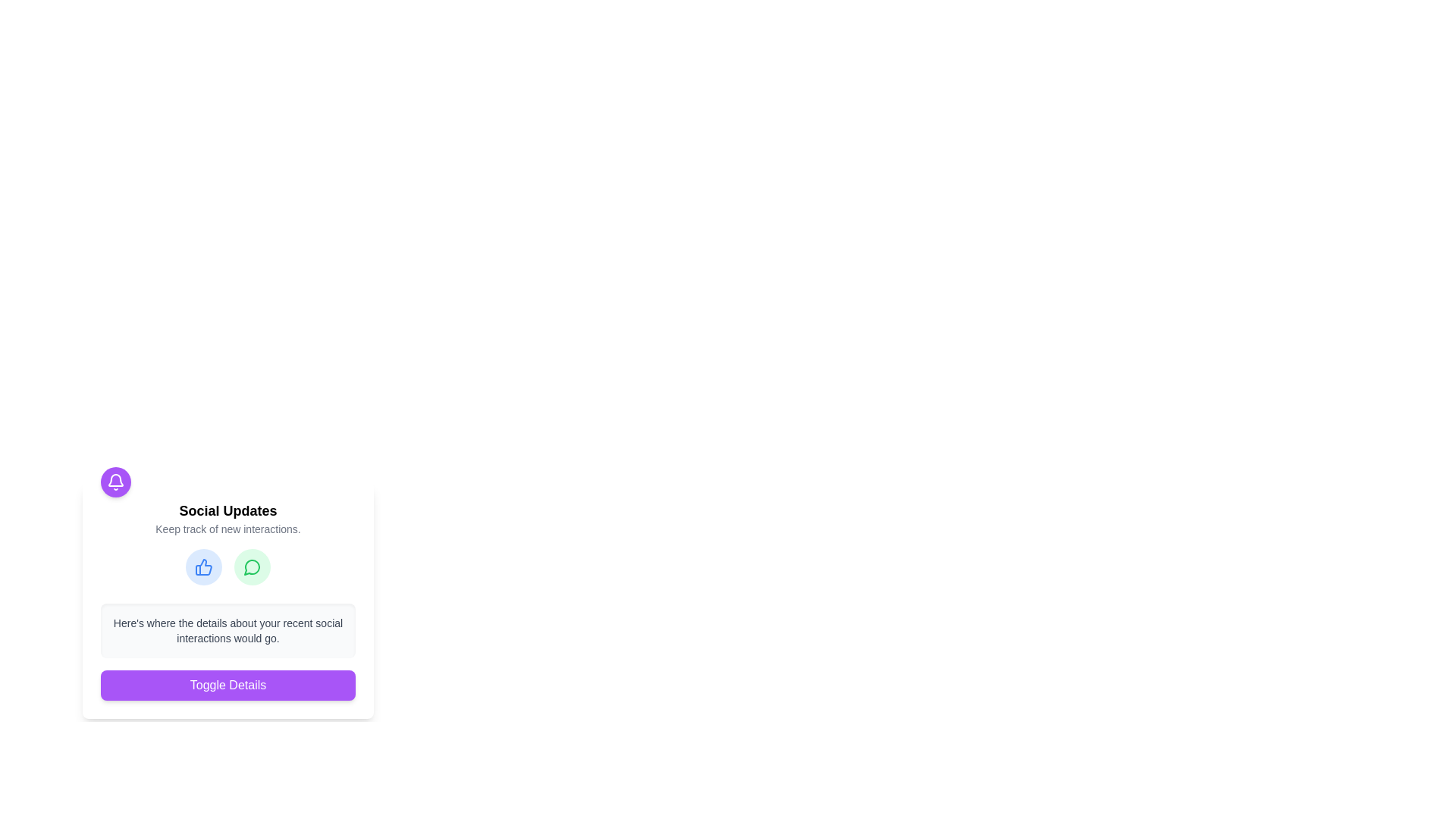 The width and height of the screenshot is (1456, 819). Describe the element at coordinates (202, 567) in the screenshot. I see `the thumbs-up icon button, which is the first of two similar circular elements arranged horizontally, to like something` at that location.